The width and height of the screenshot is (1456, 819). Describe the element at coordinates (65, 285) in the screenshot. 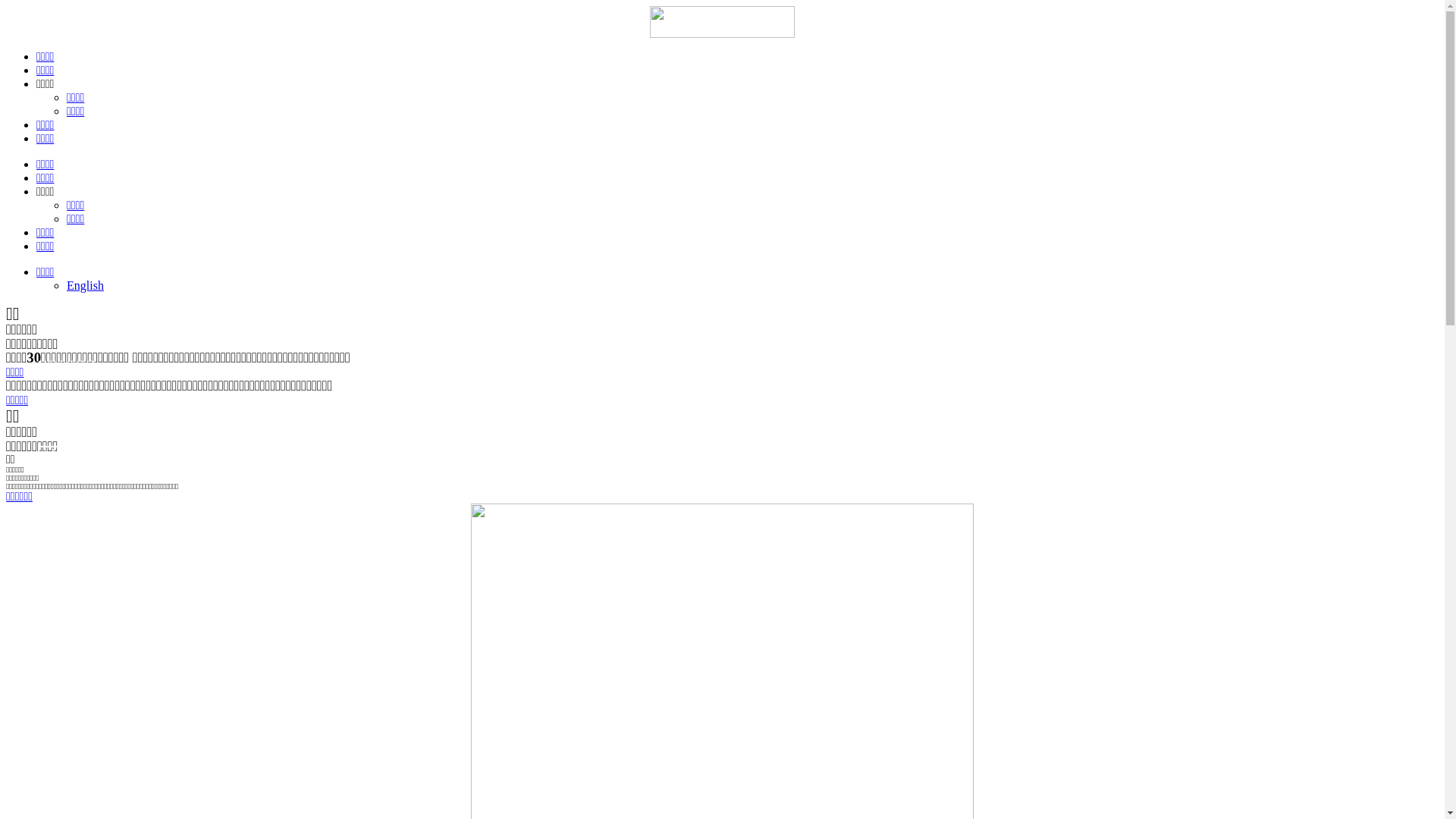

I see `'English'` at that location.